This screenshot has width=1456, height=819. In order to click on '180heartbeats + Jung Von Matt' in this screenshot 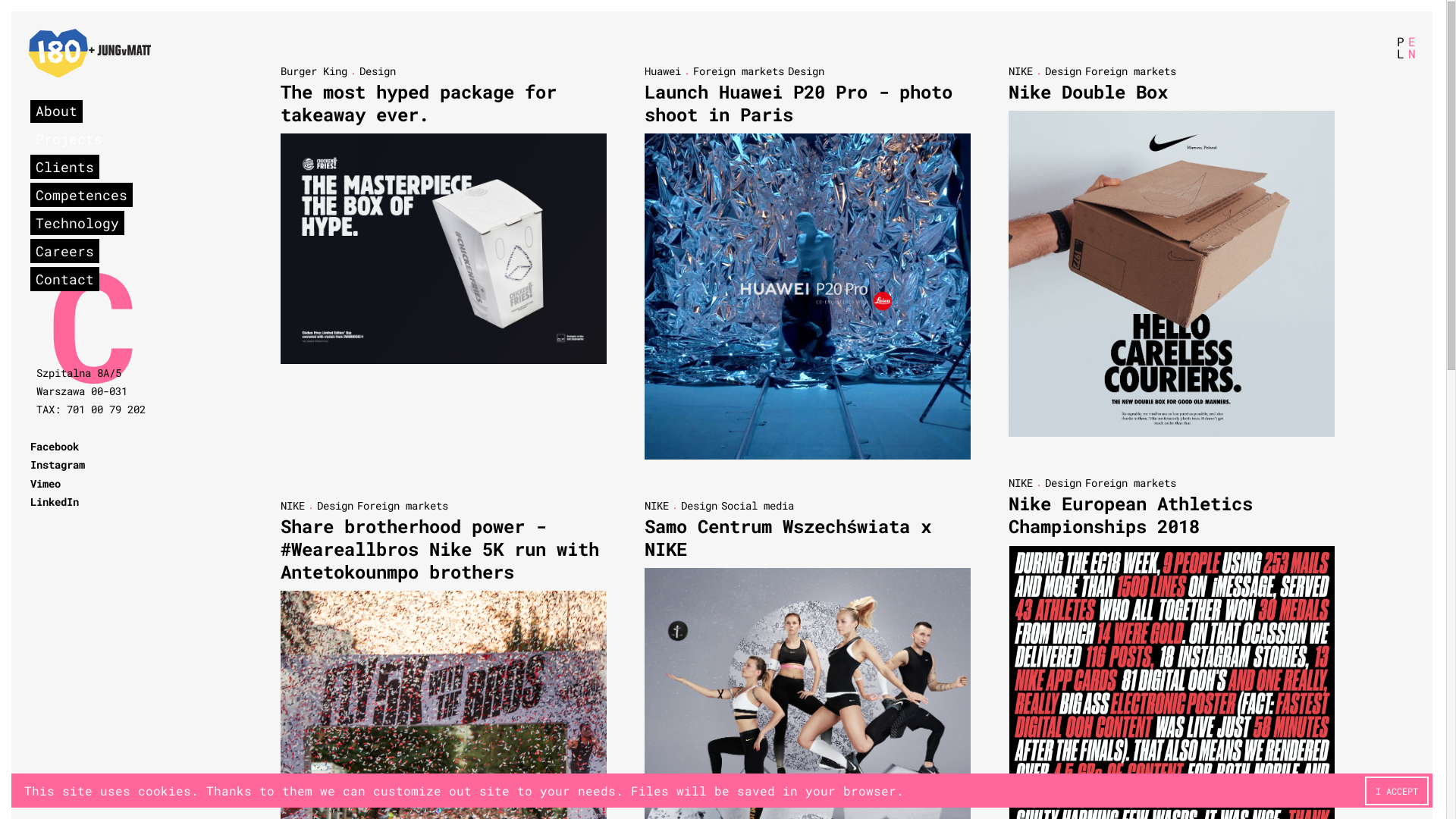, I will do `click(89, 54)`.